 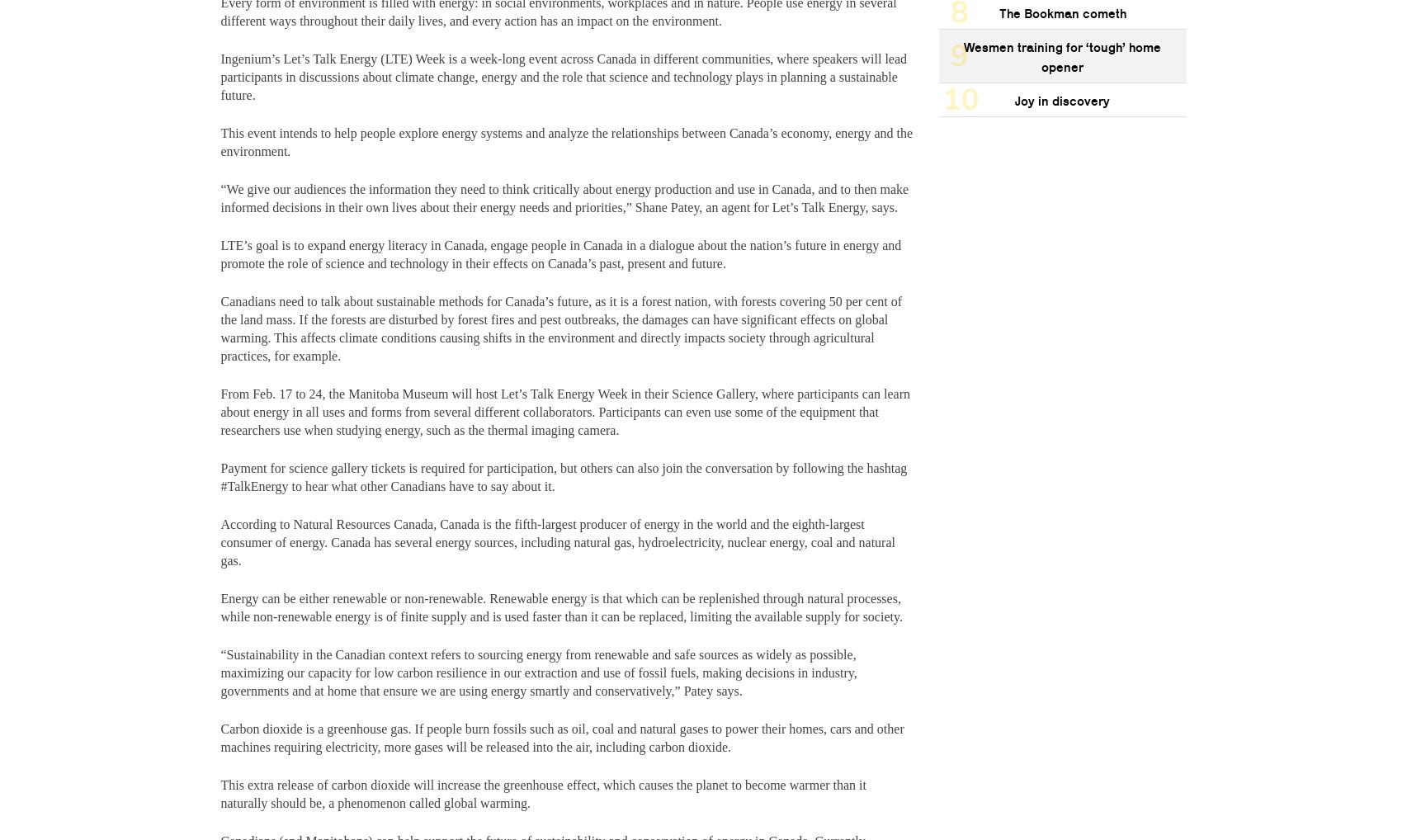 I want to click on 'Energy can be either renewable or non-renewable. Renewable energy is that which can be replenished through natural processes, while non-renewable energy is of finite supply and is used faster than it can be replaced, limiting the available supply for society.', so click(x=560, y=606).